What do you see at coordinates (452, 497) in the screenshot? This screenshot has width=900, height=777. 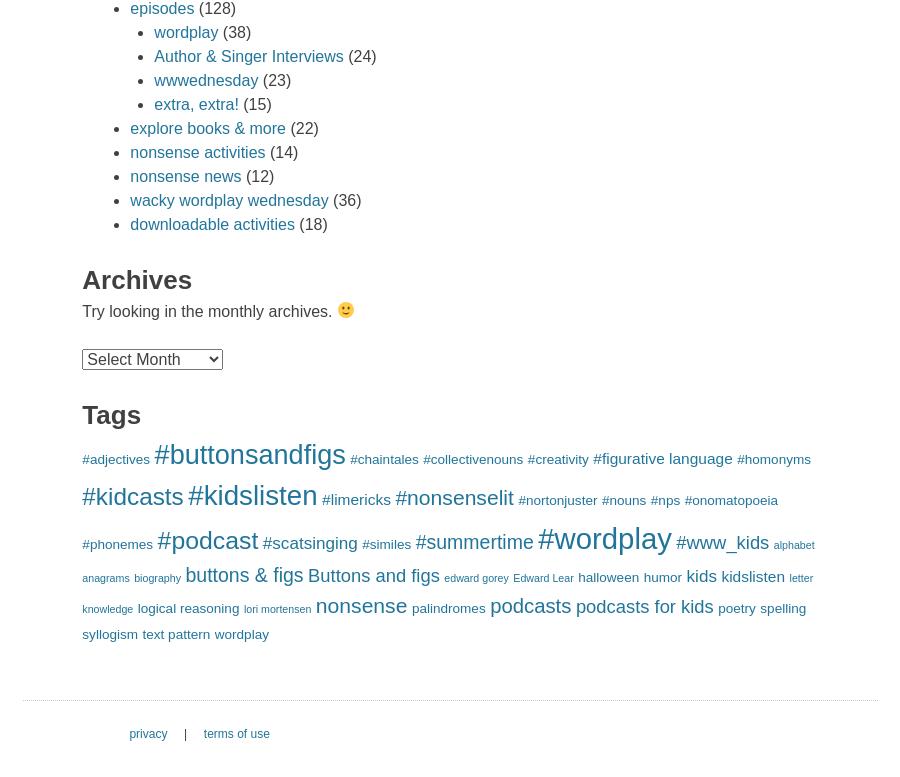 I see `'#nonsenselit'` at bounding box center [452, 497].